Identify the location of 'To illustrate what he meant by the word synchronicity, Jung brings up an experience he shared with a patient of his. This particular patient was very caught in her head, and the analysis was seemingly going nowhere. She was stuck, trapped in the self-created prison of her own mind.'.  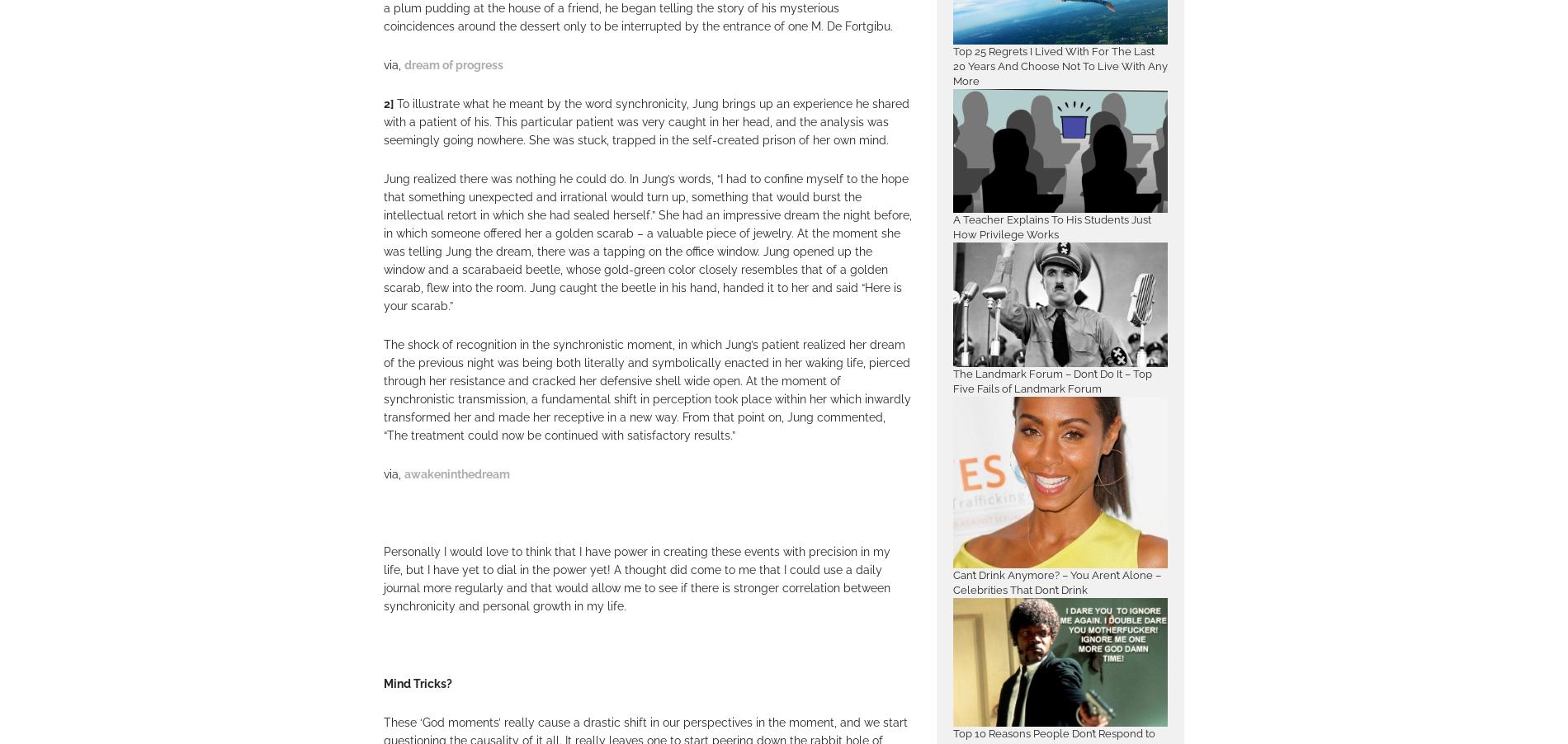
(645, 122).